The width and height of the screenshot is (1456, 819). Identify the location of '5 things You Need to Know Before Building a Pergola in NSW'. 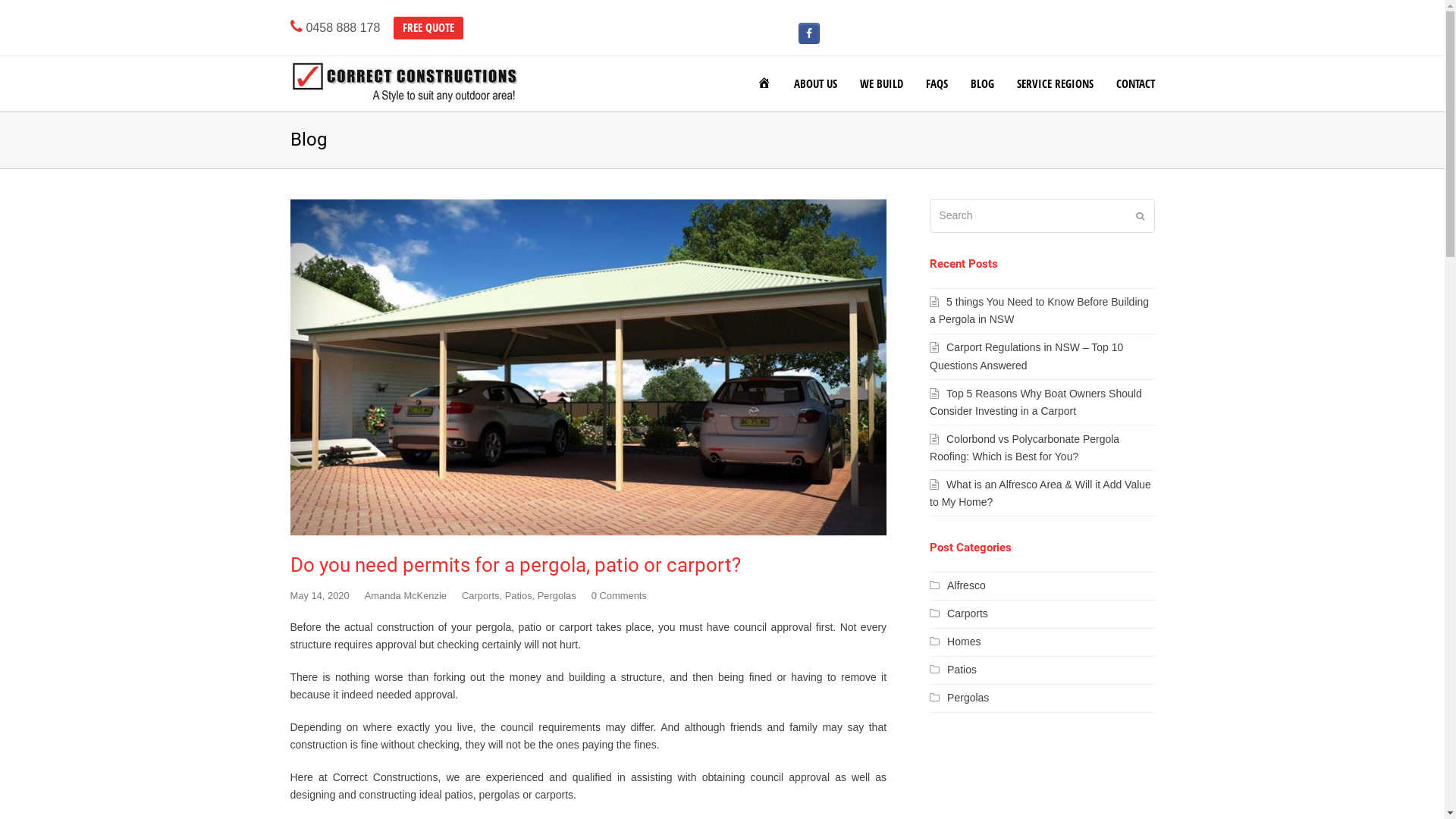
(1038, 309).